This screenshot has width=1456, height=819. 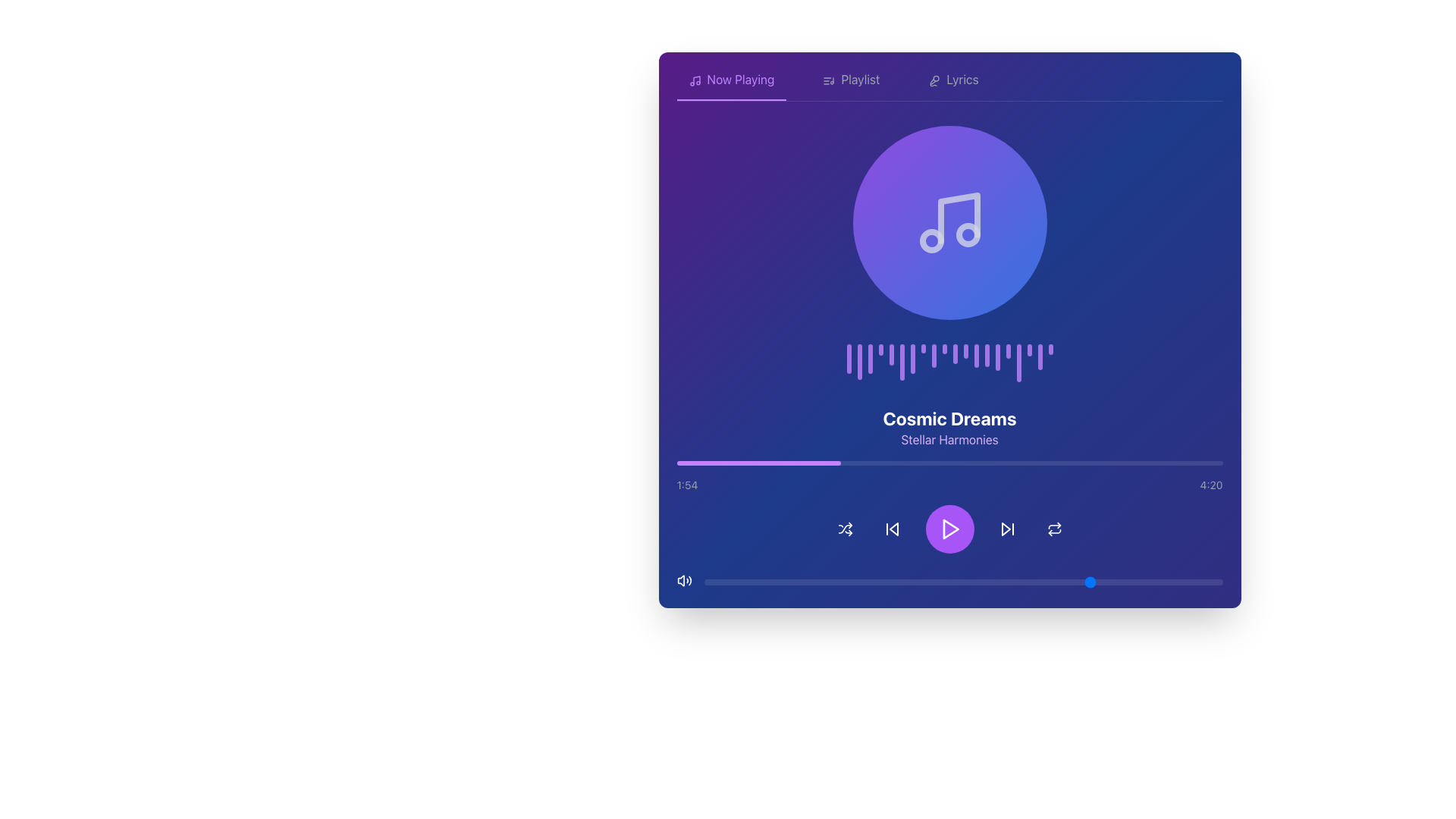 I want to click on the skip back button located in the media control bar, positioned between the shuffle icon and the play icon, to trigger the visual feedback effect, so click(x=892, y=529).